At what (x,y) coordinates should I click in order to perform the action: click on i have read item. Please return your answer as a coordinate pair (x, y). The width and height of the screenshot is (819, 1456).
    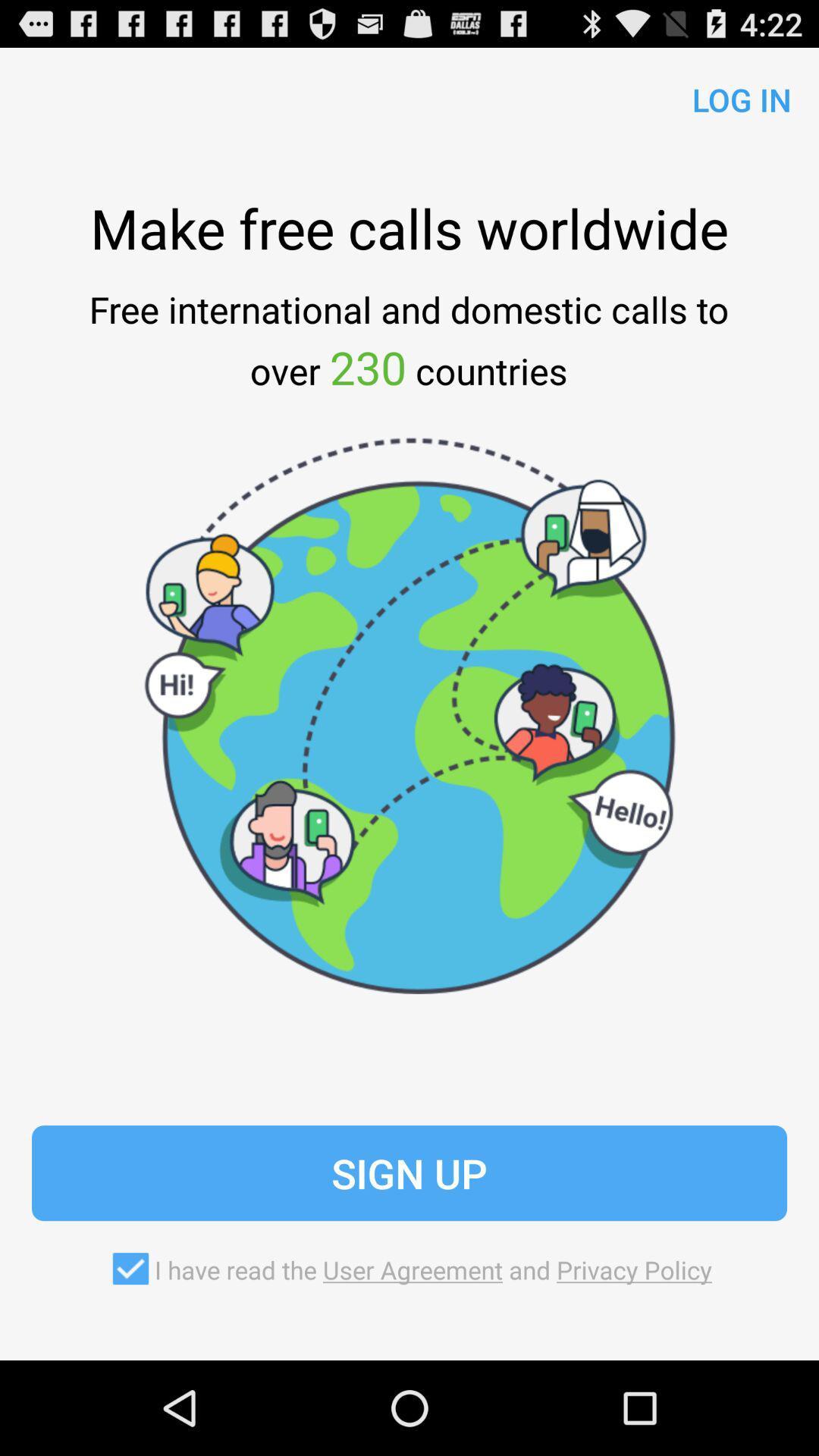
    Looking at the image, I should click on (409, 1269).